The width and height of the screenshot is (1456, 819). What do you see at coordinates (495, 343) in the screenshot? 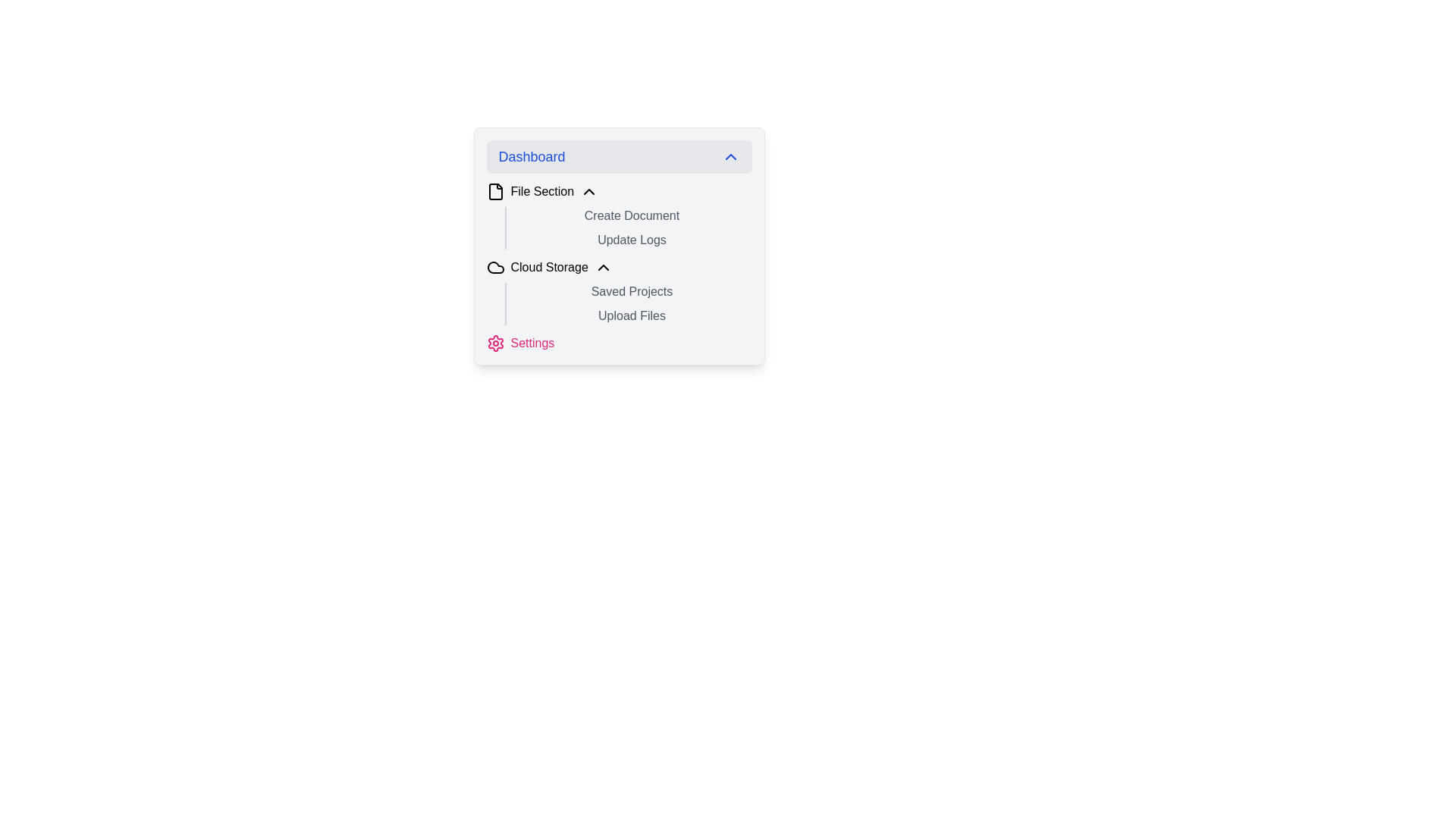
I see `the settings icon button located below the 'Settings' text` at bounding box center [495, 343].